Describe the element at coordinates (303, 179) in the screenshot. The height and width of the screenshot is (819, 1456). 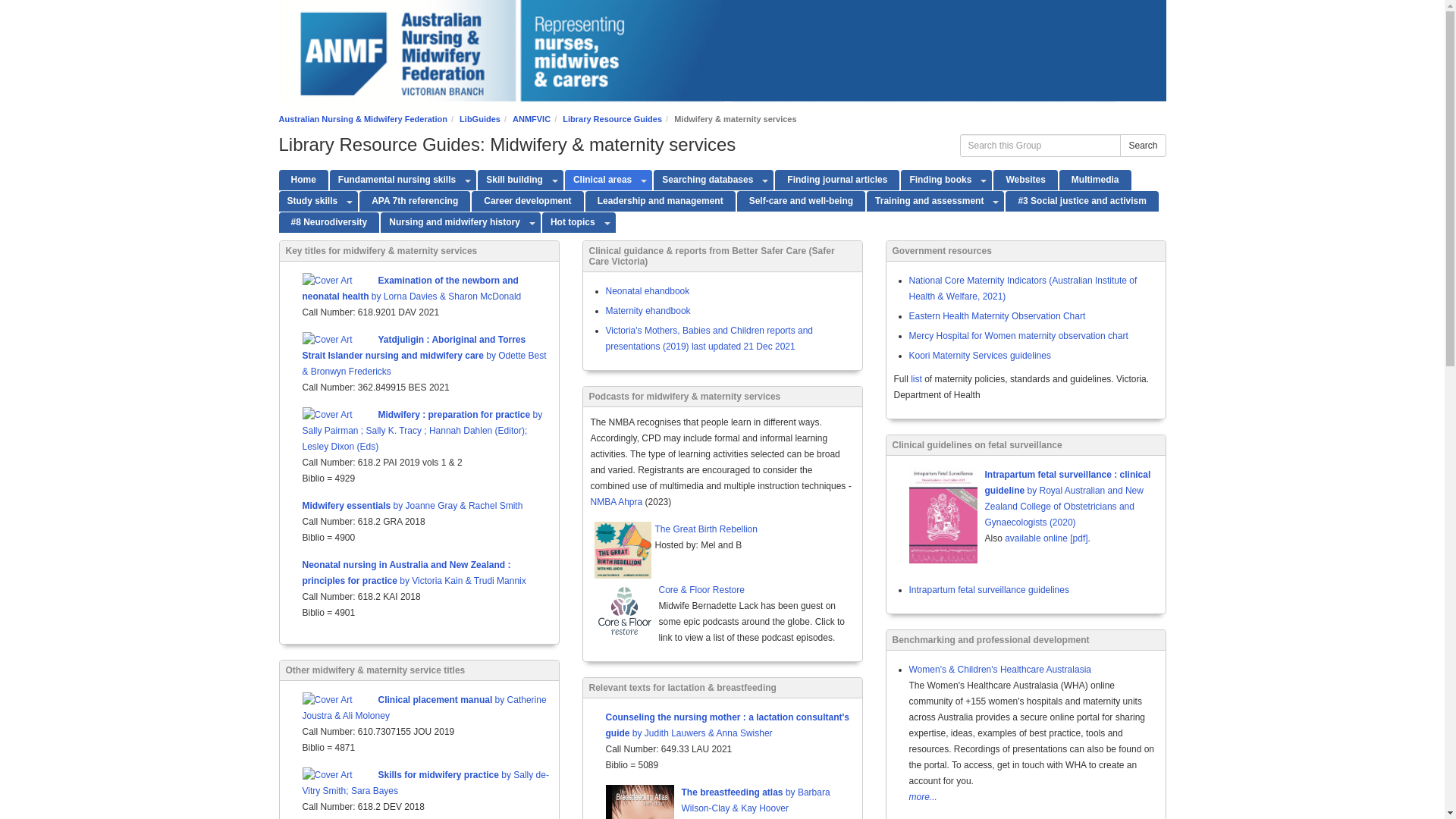
I see `'Home'` at that location.